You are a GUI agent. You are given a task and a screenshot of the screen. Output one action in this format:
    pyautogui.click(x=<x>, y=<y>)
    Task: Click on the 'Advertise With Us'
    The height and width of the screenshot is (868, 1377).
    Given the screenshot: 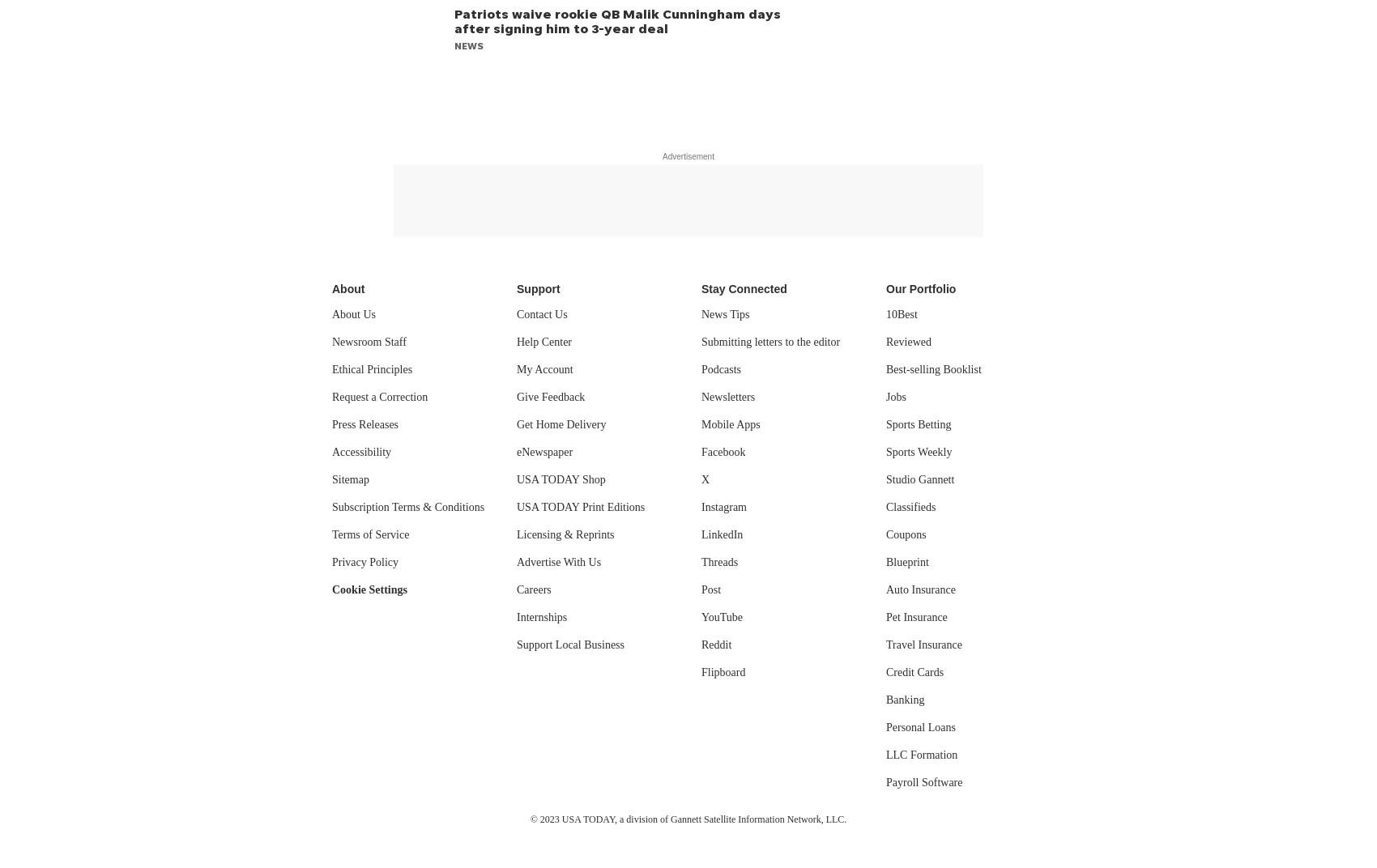 What is the action you would take?
    pyautogui.click(x=559, y=561)
    